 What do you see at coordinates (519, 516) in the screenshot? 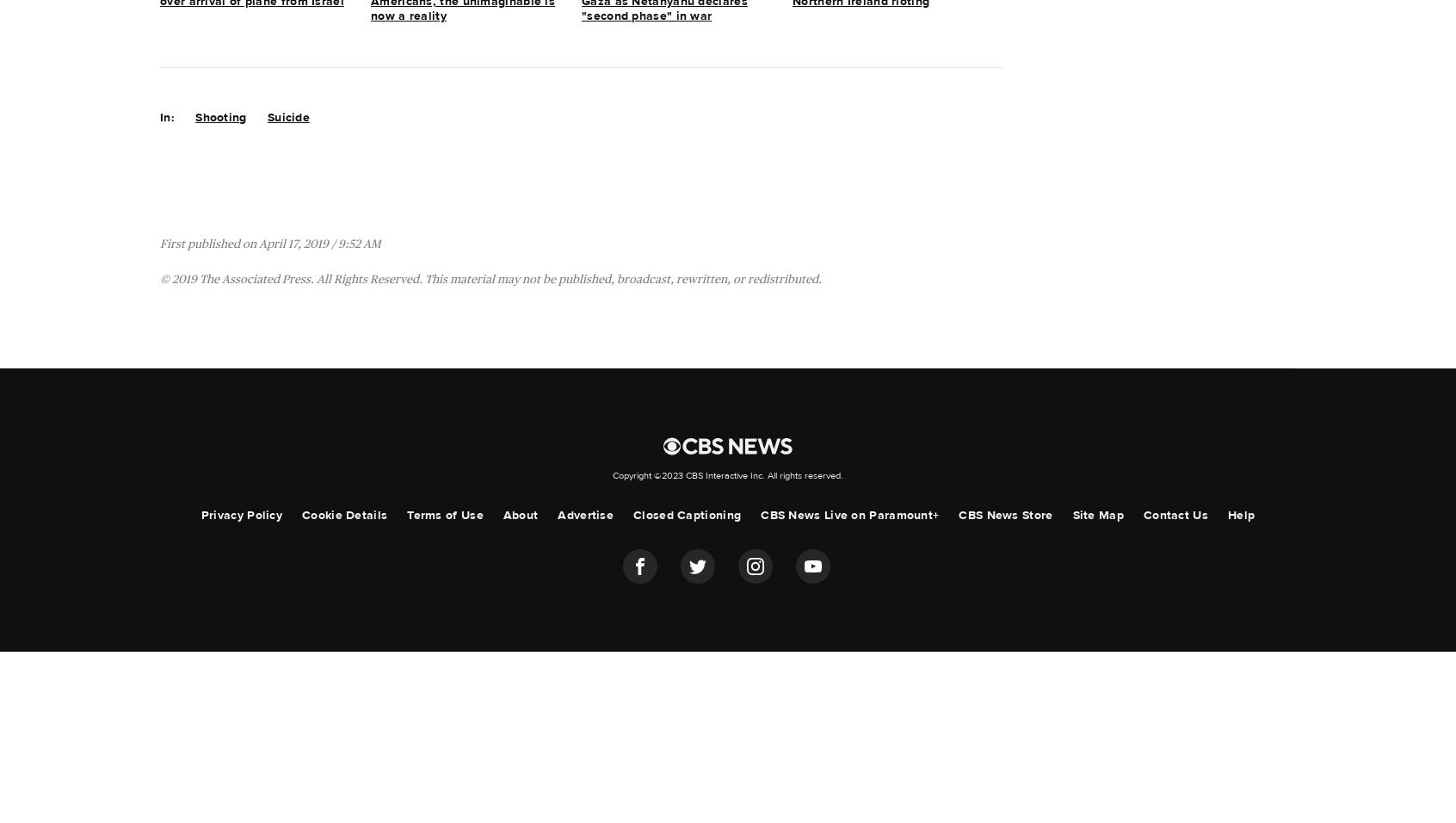
I see `'About'` at bounding box center [519, 516].